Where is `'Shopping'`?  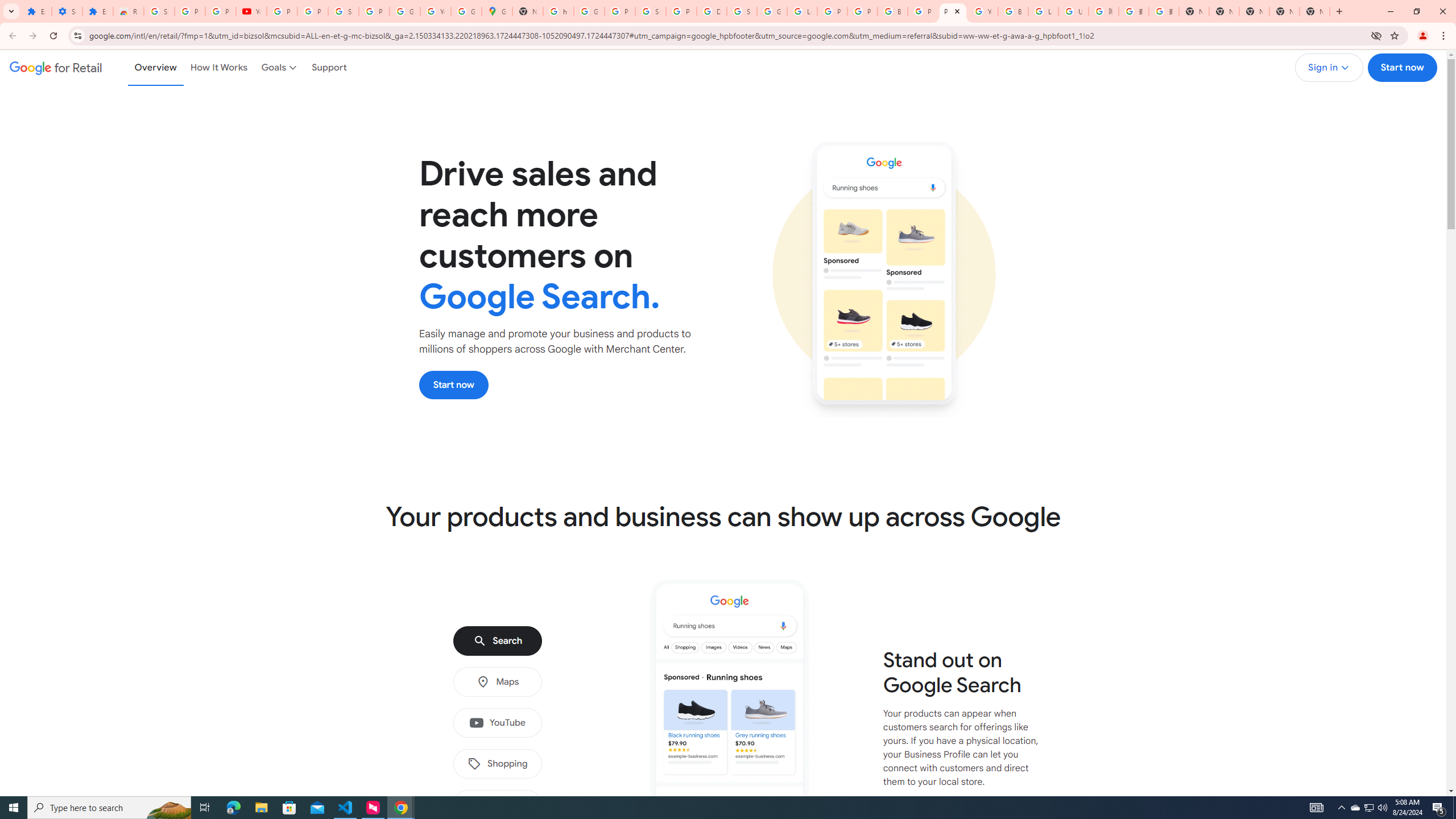 'Shopping' is located at coordinates (497, 764).